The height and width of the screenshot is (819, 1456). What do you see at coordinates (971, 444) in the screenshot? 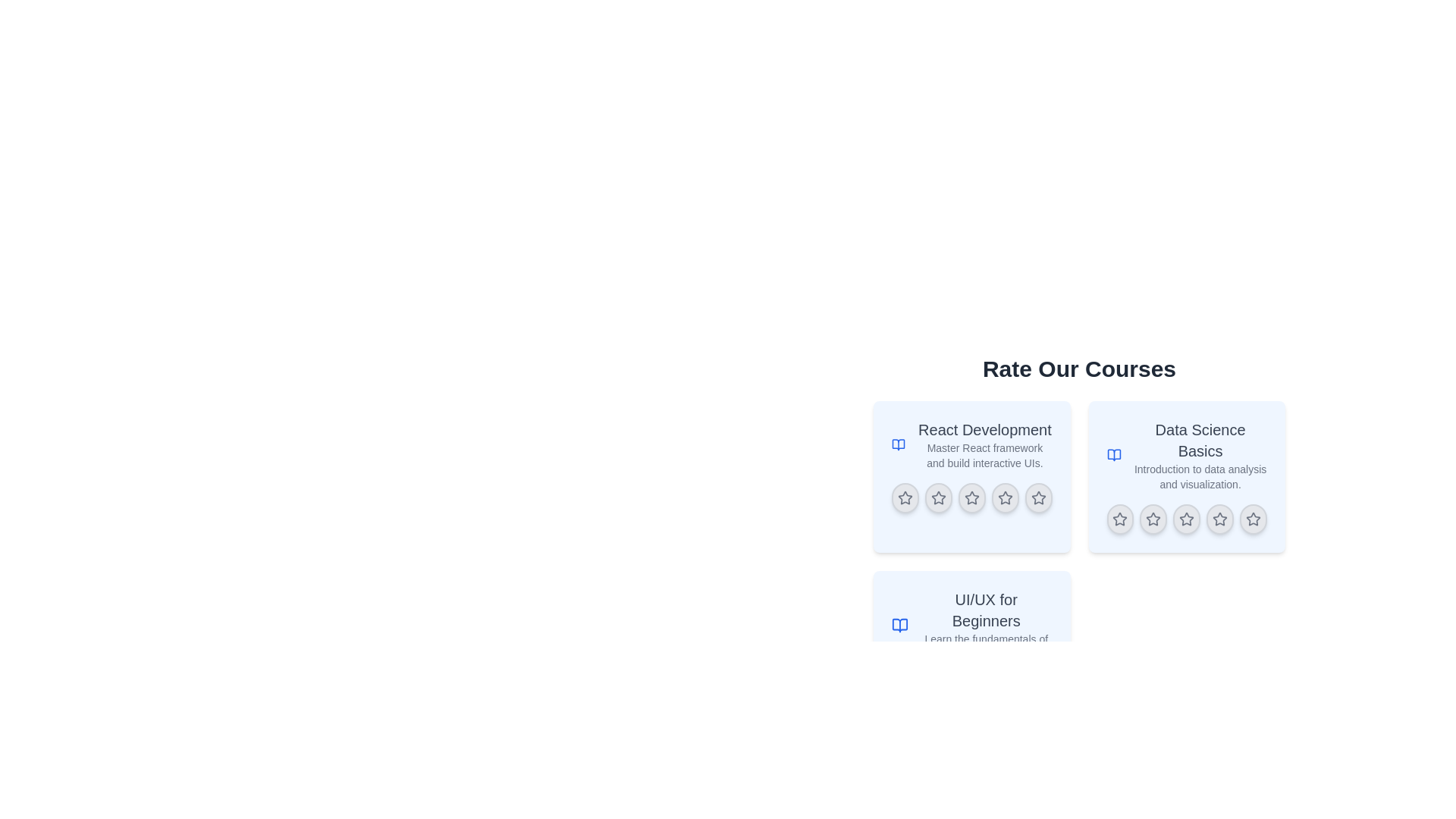
I see `the Information card header for the React development course, which is positioned at the top row of the card layout, to the left of the 'Data Science Basics' card and above the 'UI/UX for Beginners' card` at bounding box center [971, 444].